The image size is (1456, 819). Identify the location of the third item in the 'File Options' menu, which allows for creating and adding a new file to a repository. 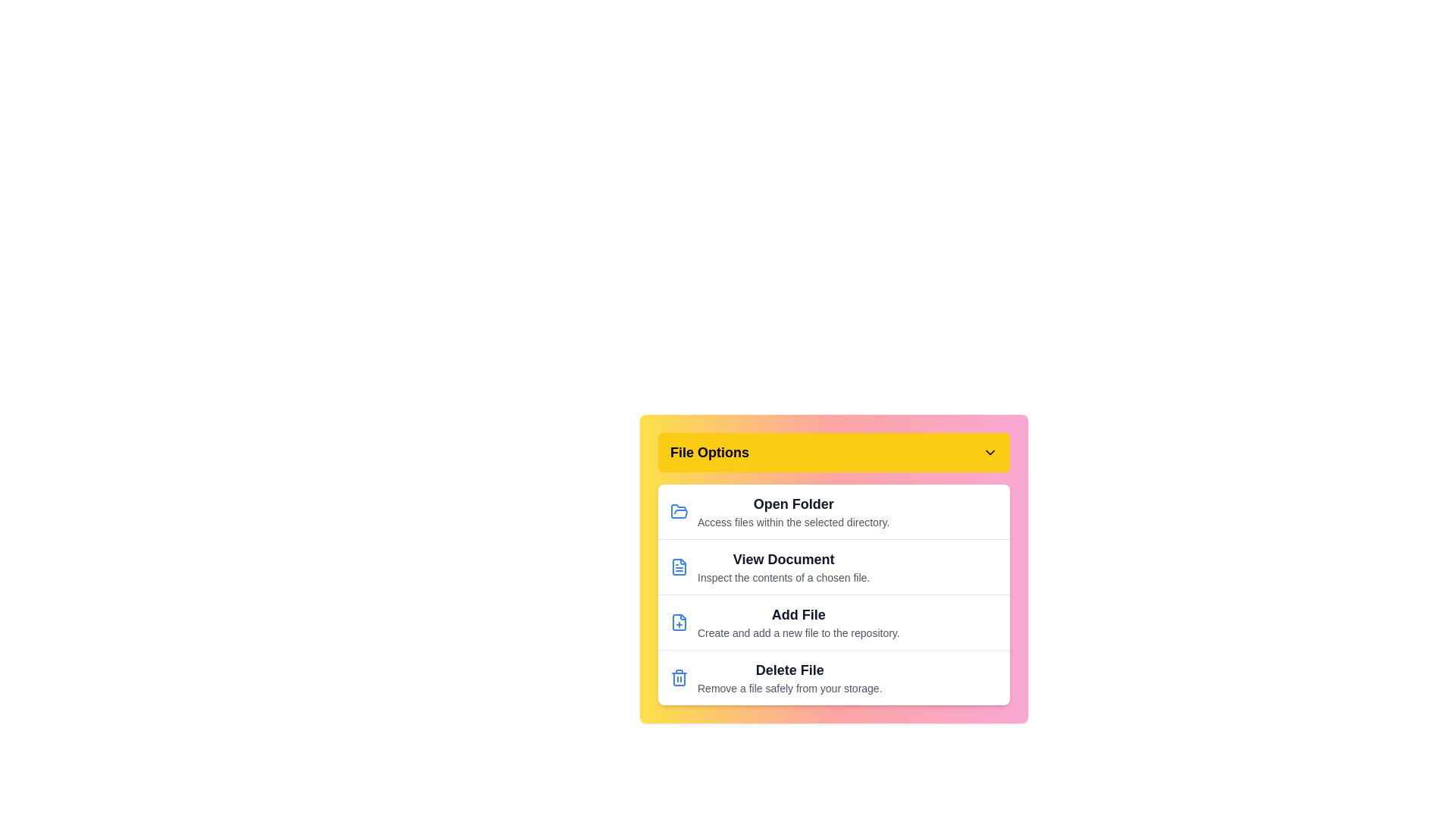
(833, 622).